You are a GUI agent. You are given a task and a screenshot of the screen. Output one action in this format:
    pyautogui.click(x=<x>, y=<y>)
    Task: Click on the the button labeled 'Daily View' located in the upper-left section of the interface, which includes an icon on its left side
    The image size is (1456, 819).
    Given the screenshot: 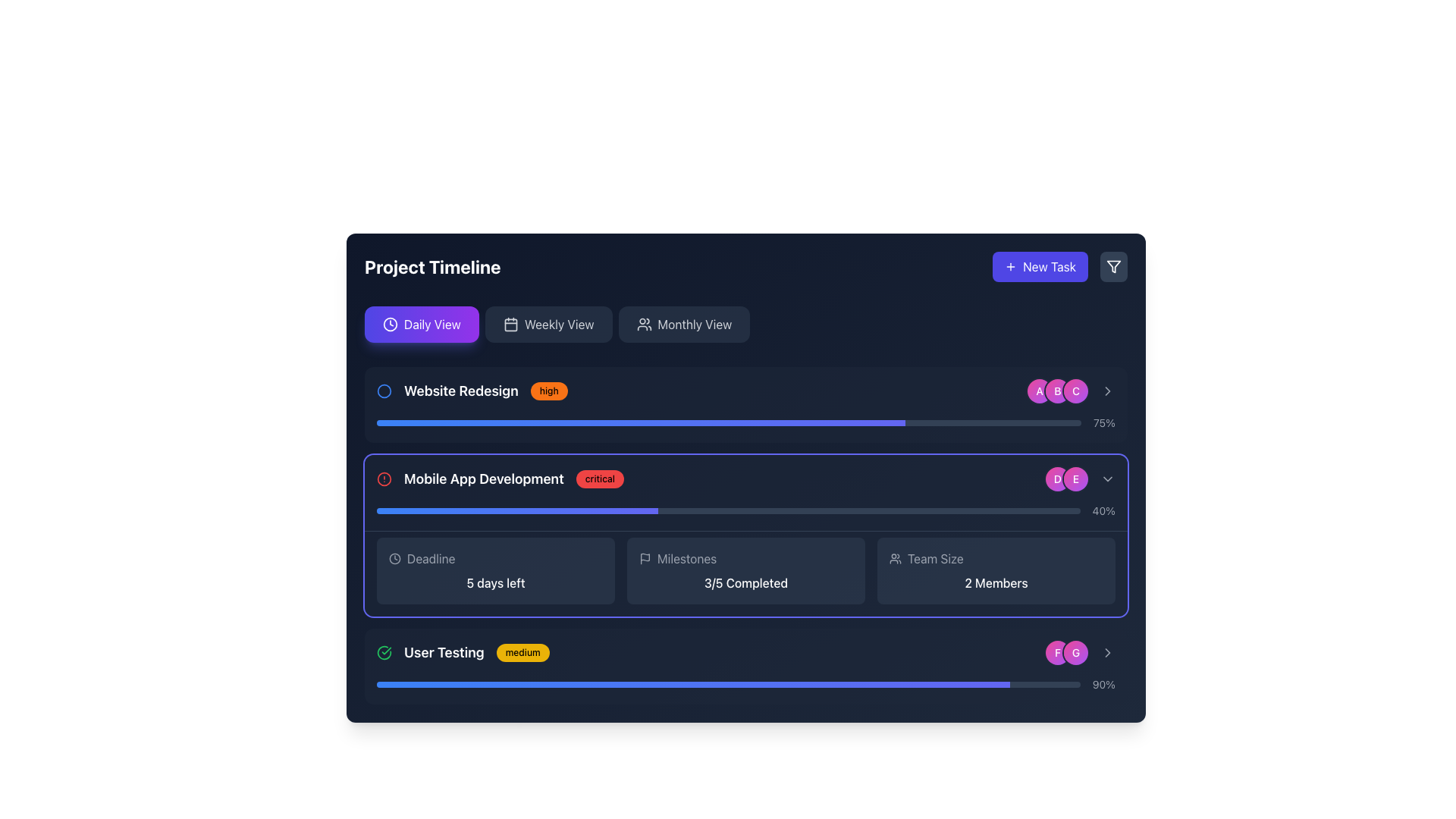 What is the action you would take?
    pyautogui.click(x=431, y=324)
    